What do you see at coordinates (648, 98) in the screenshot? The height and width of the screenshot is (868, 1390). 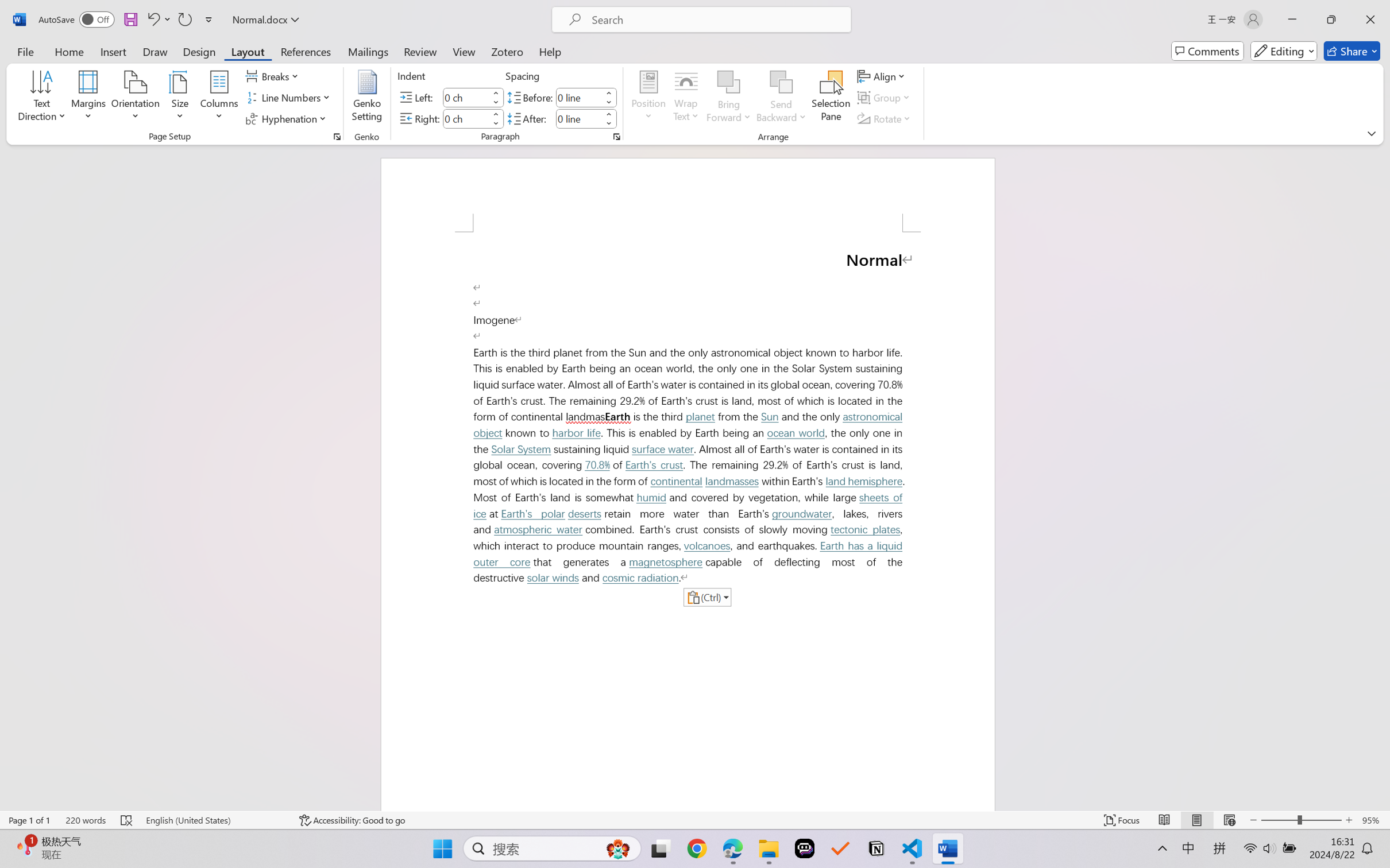 I see `'Position'` at bounding box center [648, 98].